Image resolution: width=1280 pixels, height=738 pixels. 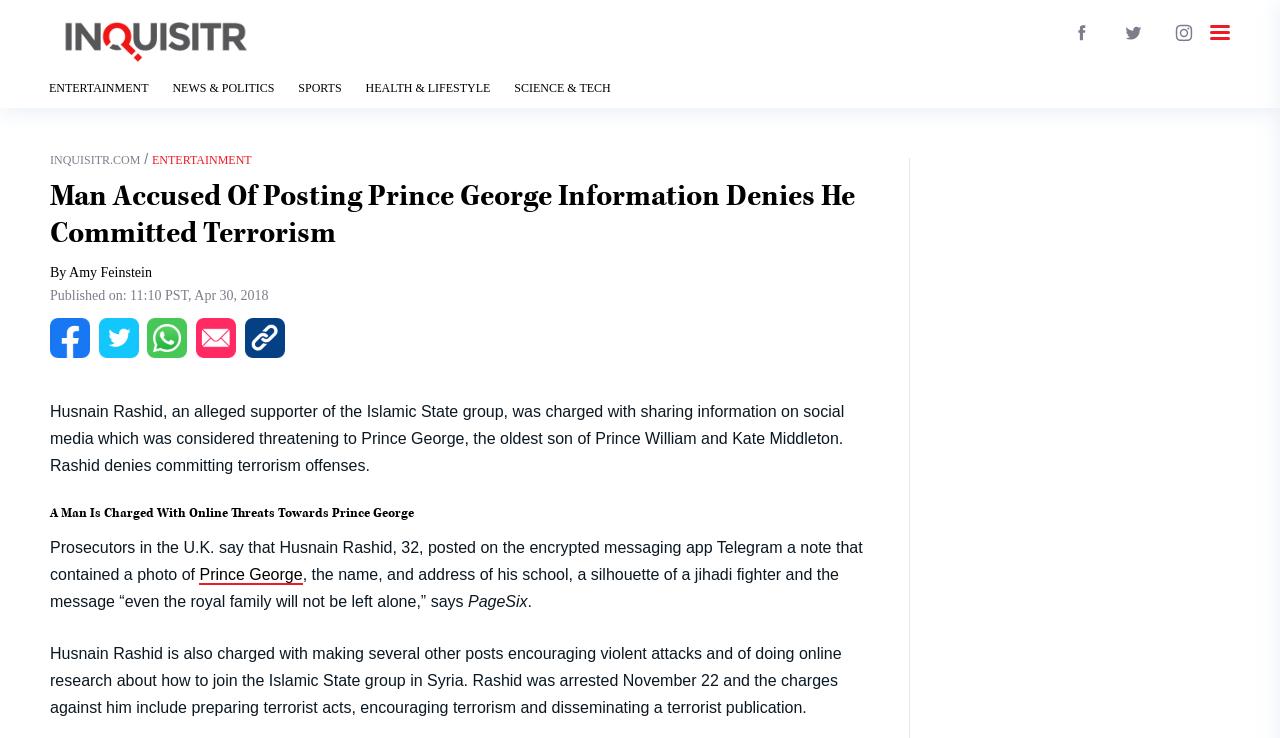 I want to click on 'PageSix', so click(x=497, y=599).